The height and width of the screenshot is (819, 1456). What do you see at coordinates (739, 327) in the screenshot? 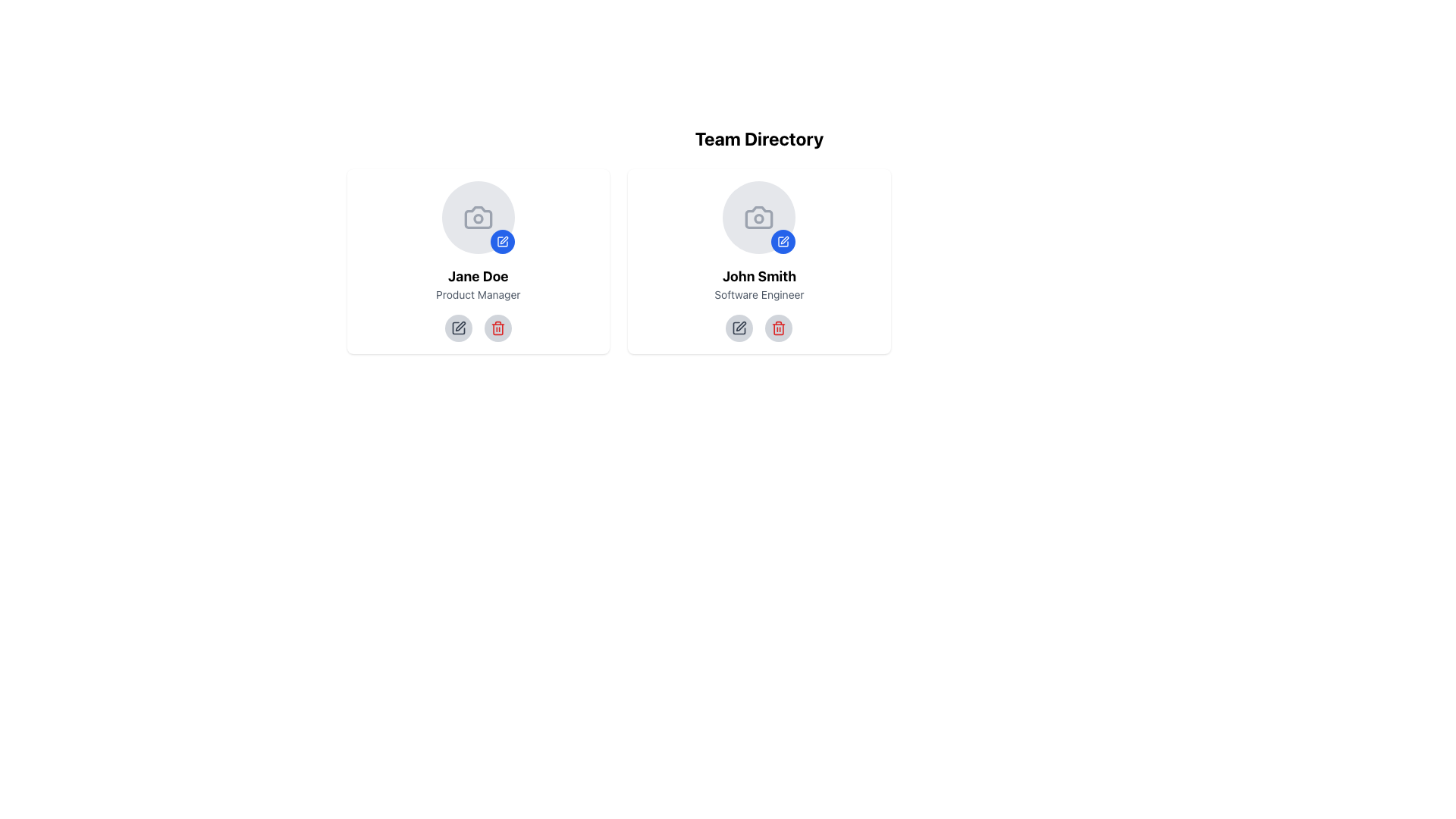
I see `the small circular button with a pencil icon located in the bottom section of the card displaying John Smith's information` at bounding box center [739, 327].